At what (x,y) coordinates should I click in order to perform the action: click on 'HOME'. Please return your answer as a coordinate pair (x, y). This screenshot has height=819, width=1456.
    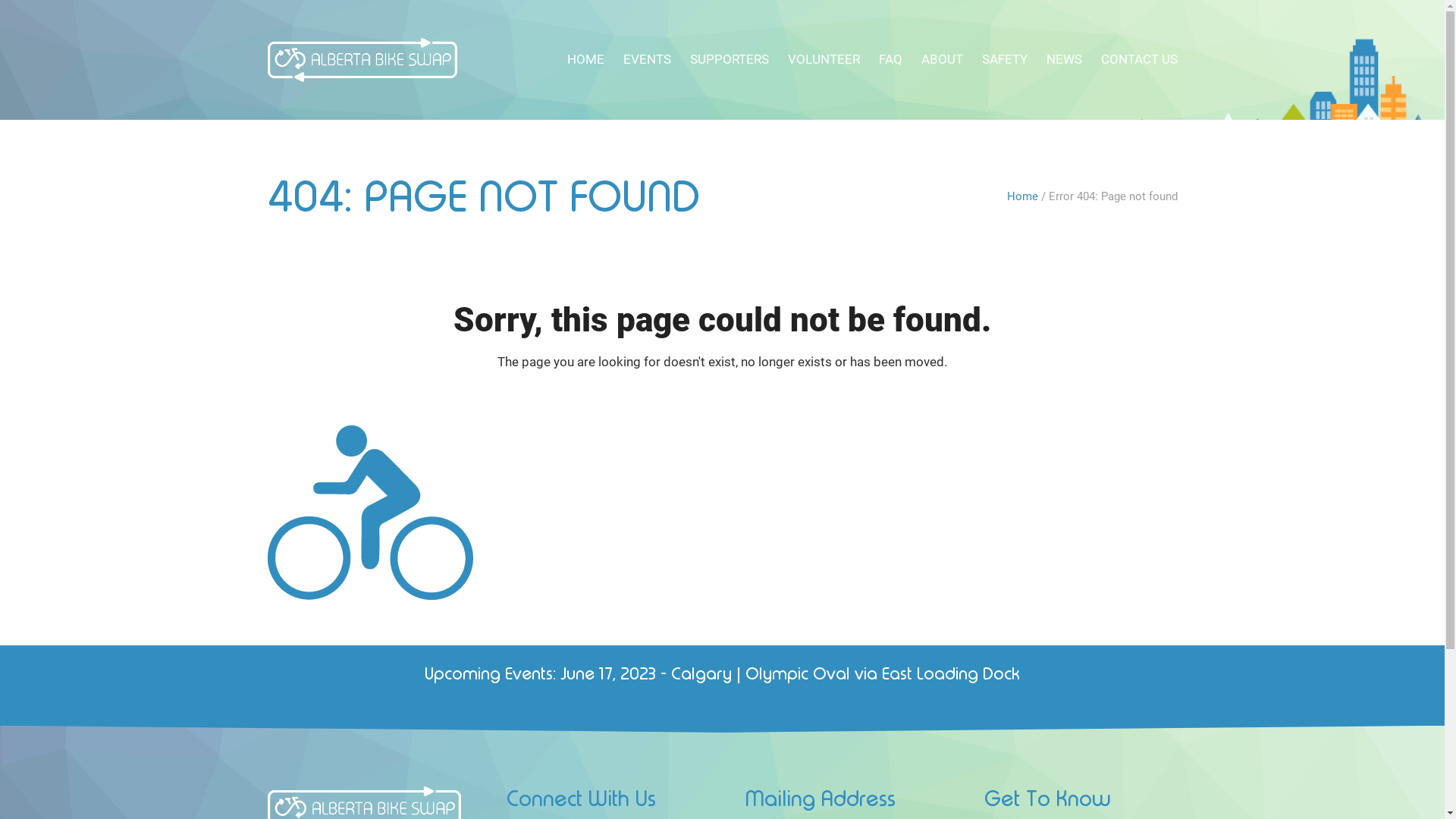
    Looking at the image, I should click on (585, 58).